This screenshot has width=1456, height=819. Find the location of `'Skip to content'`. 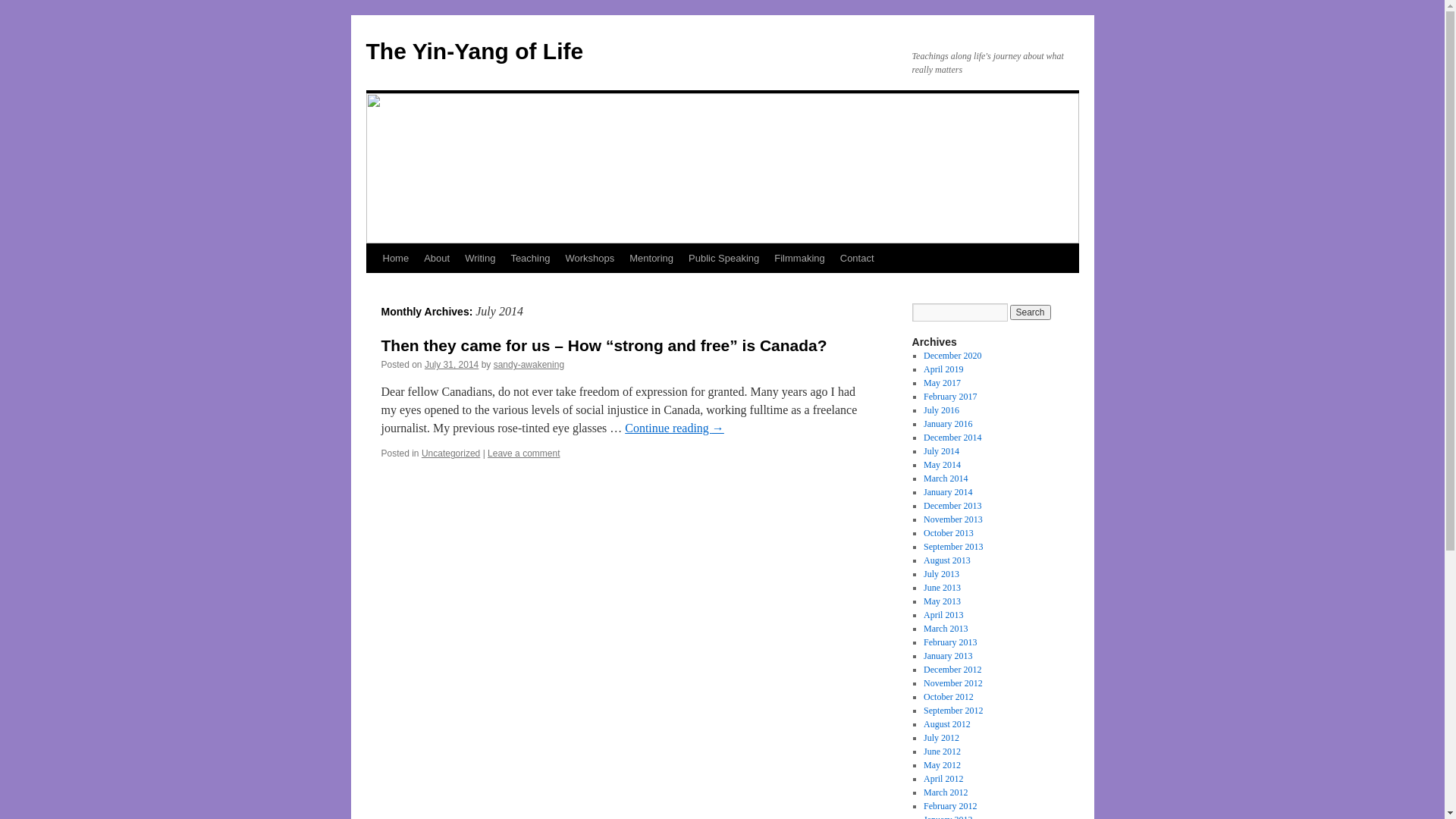

'Skip to content' is located at coordinates (372, 287).